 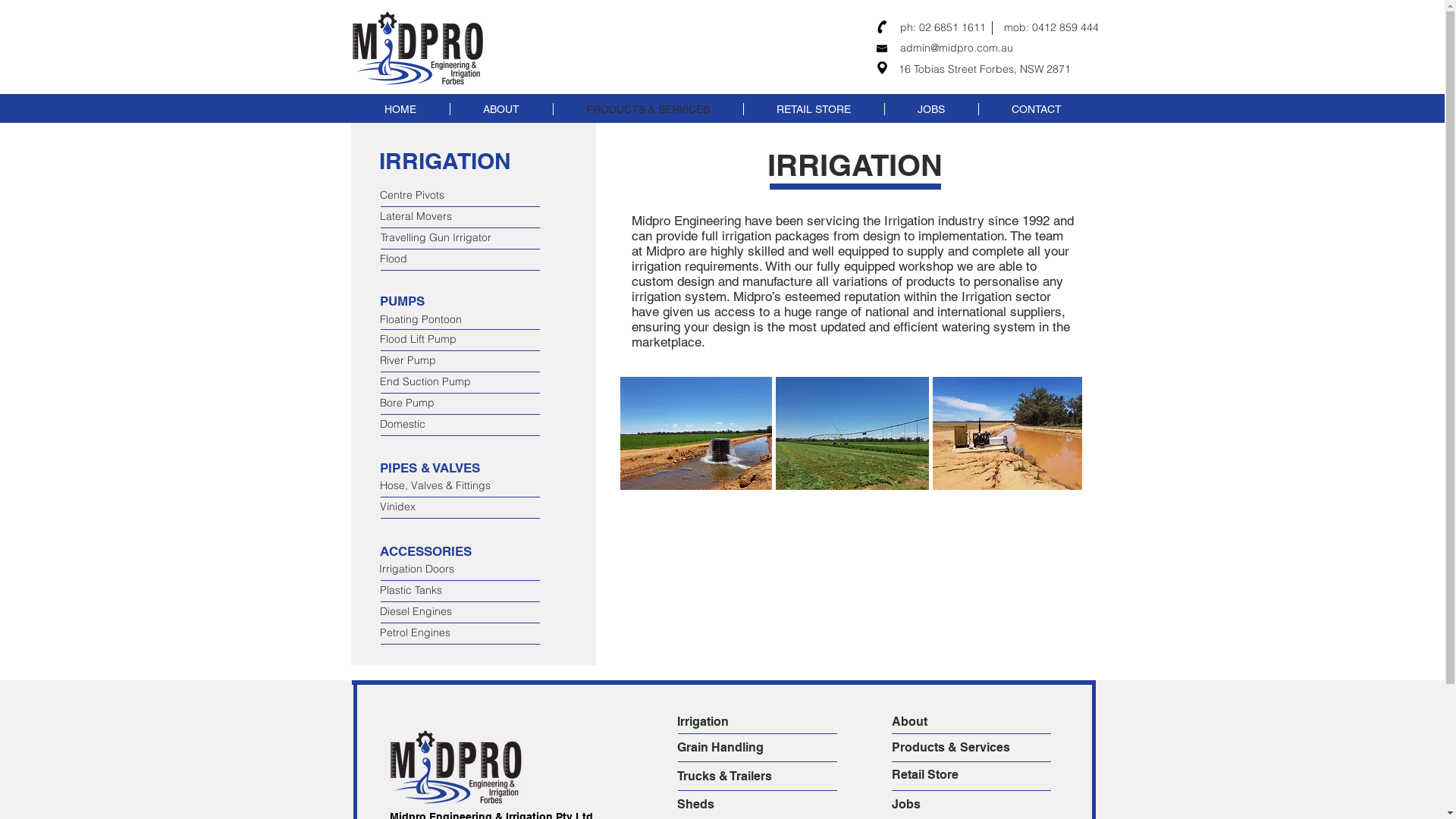 I want to click on 'IRRIGATION', so click(x=444, y=161).